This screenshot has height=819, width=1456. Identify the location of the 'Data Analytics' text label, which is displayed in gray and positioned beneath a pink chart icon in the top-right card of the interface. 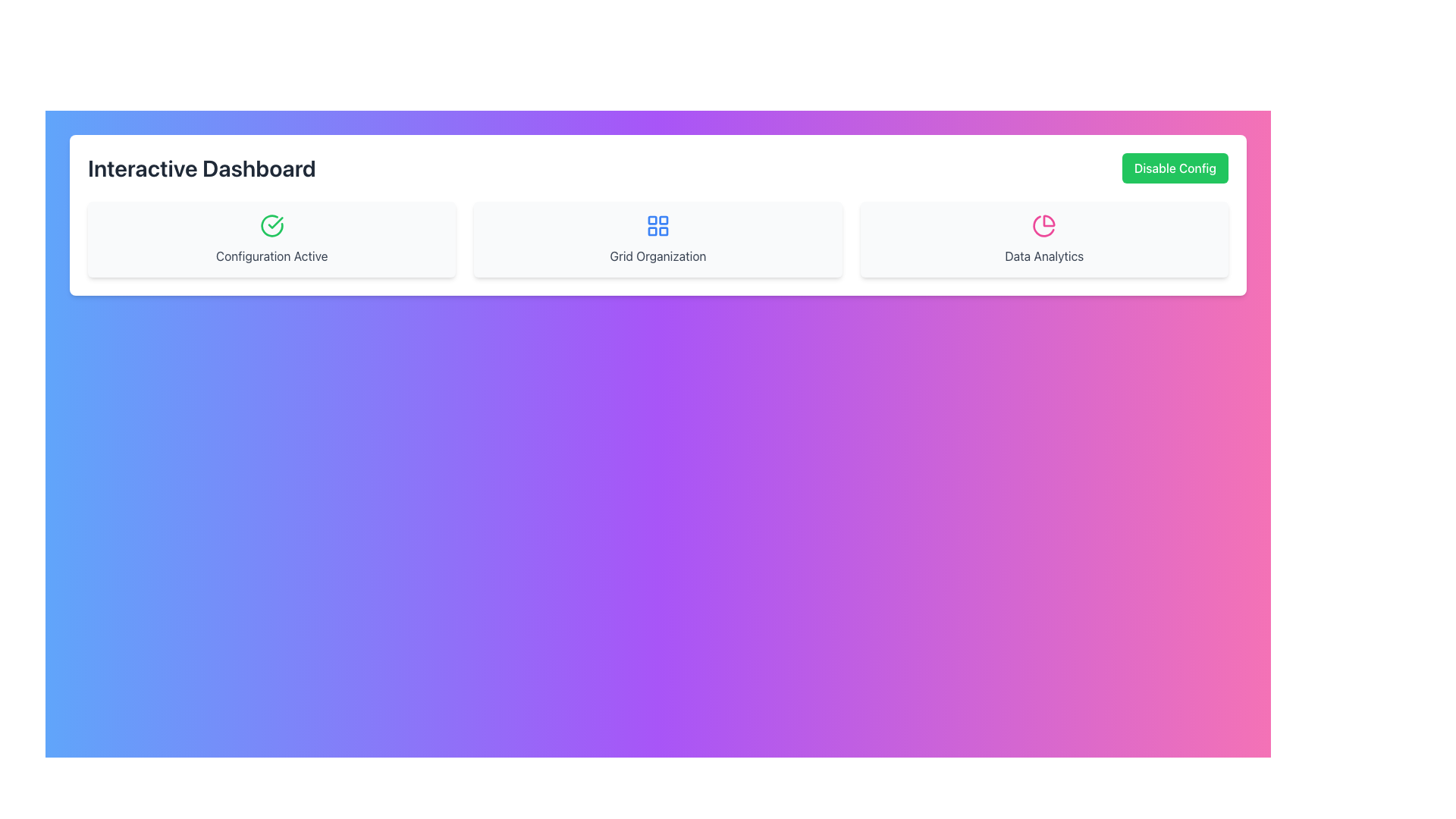
(1043, 256).